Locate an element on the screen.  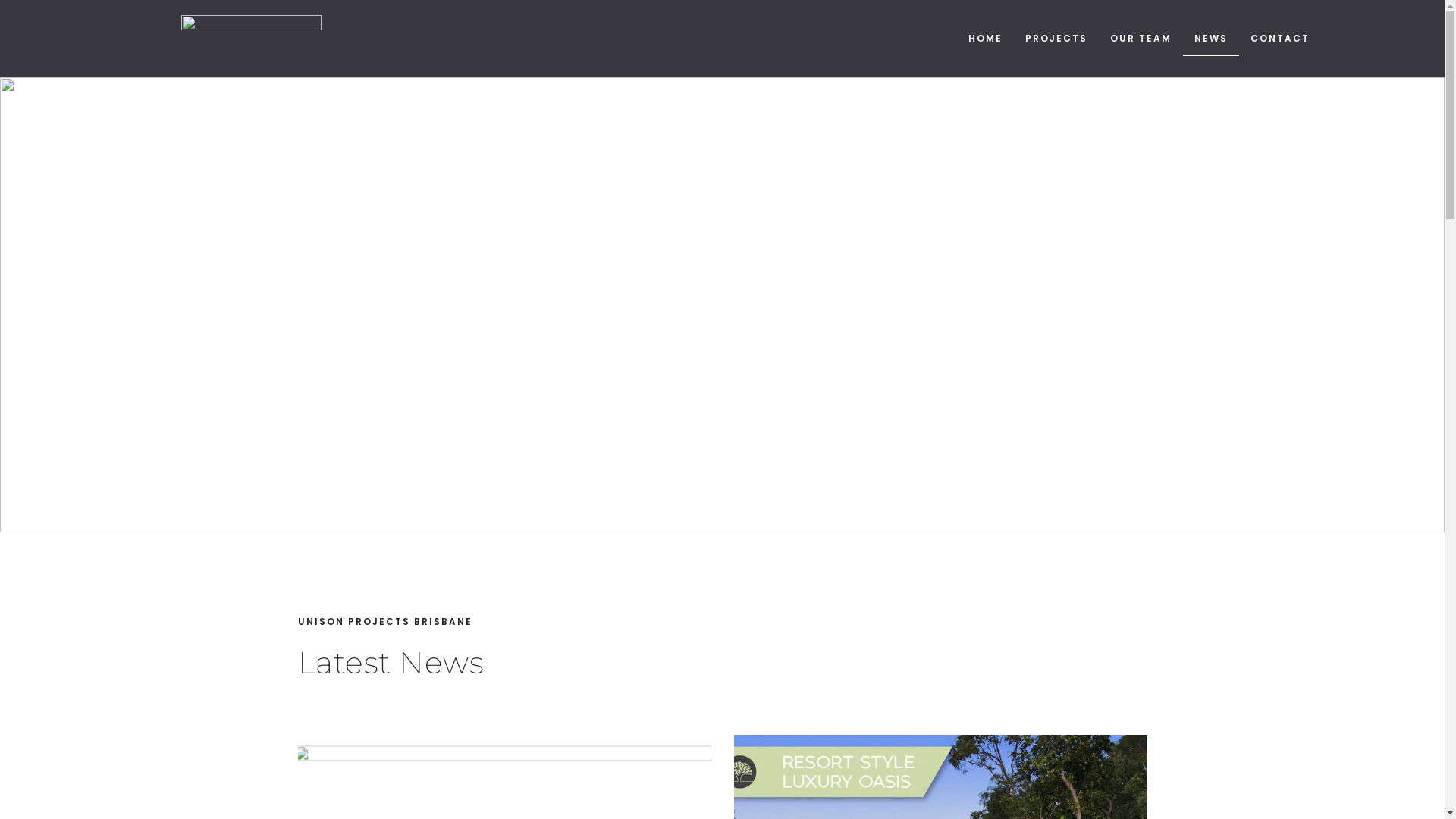
'PROJECTS' is located at coordinates (1055, 37).